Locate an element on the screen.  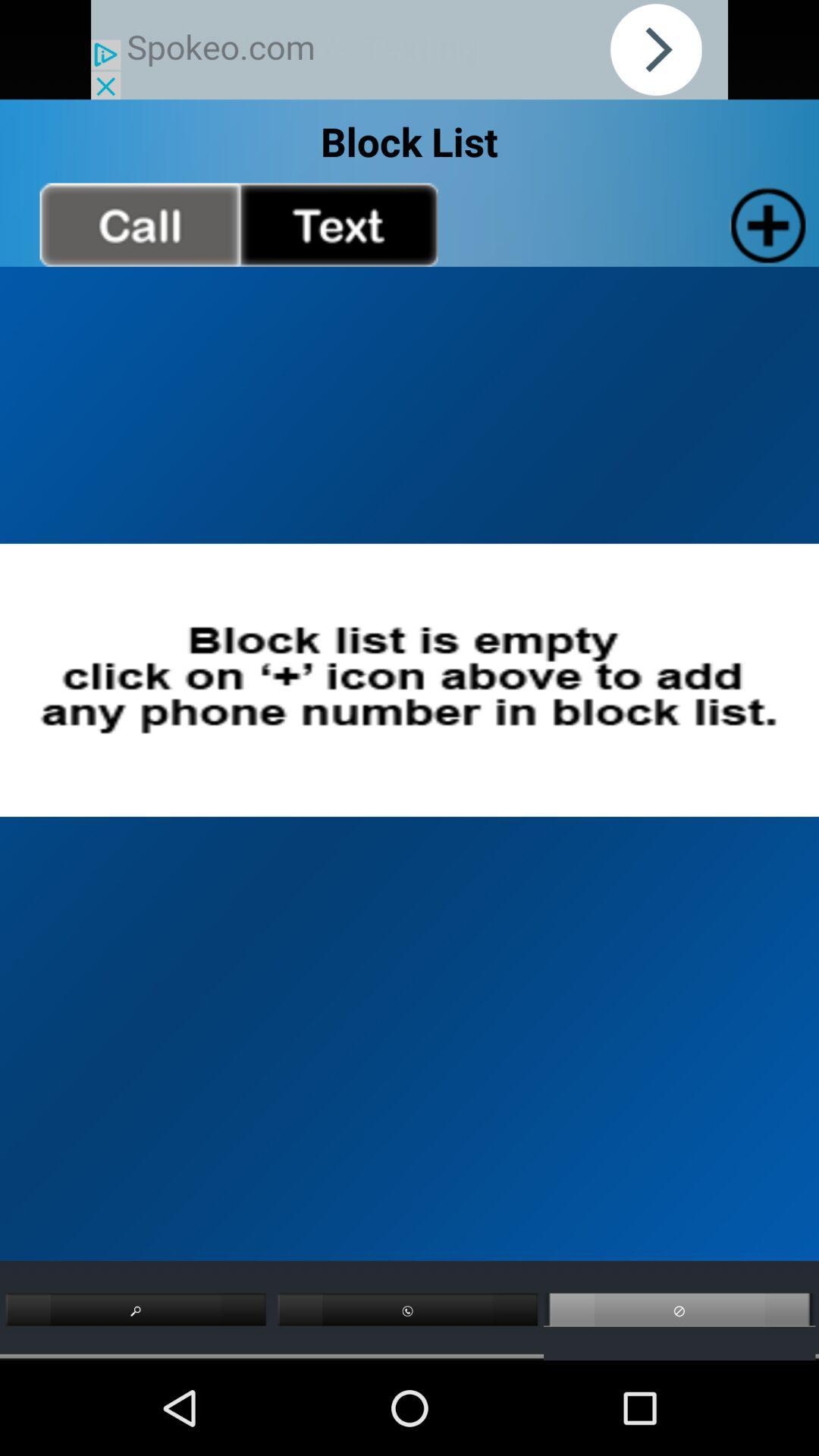
the add icon is located at coordinates (765, 239).